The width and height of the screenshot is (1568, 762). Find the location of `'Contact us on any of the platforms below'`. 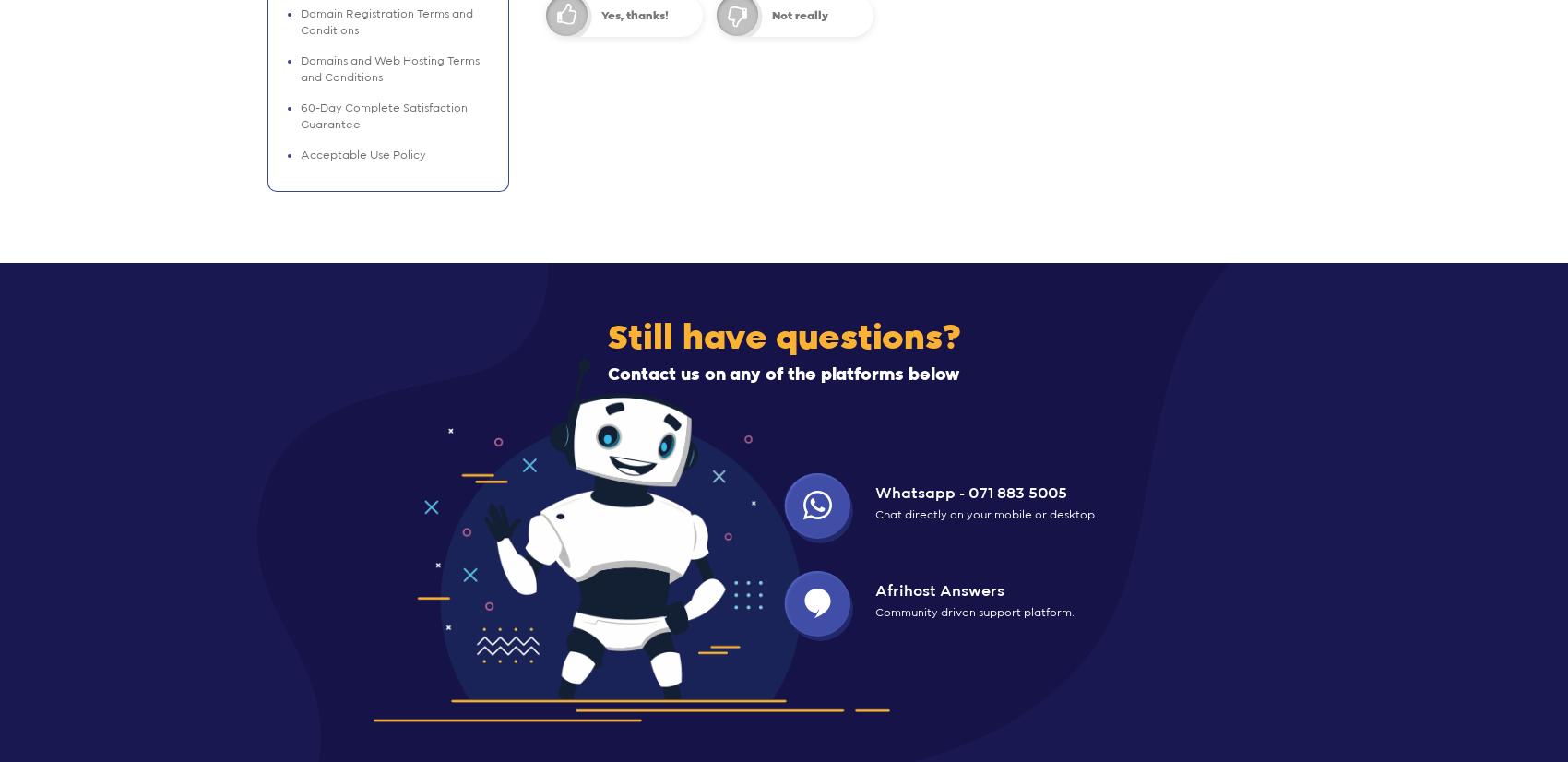

'Contact us on any of the platforms below' is located at coordinates (784, 374).